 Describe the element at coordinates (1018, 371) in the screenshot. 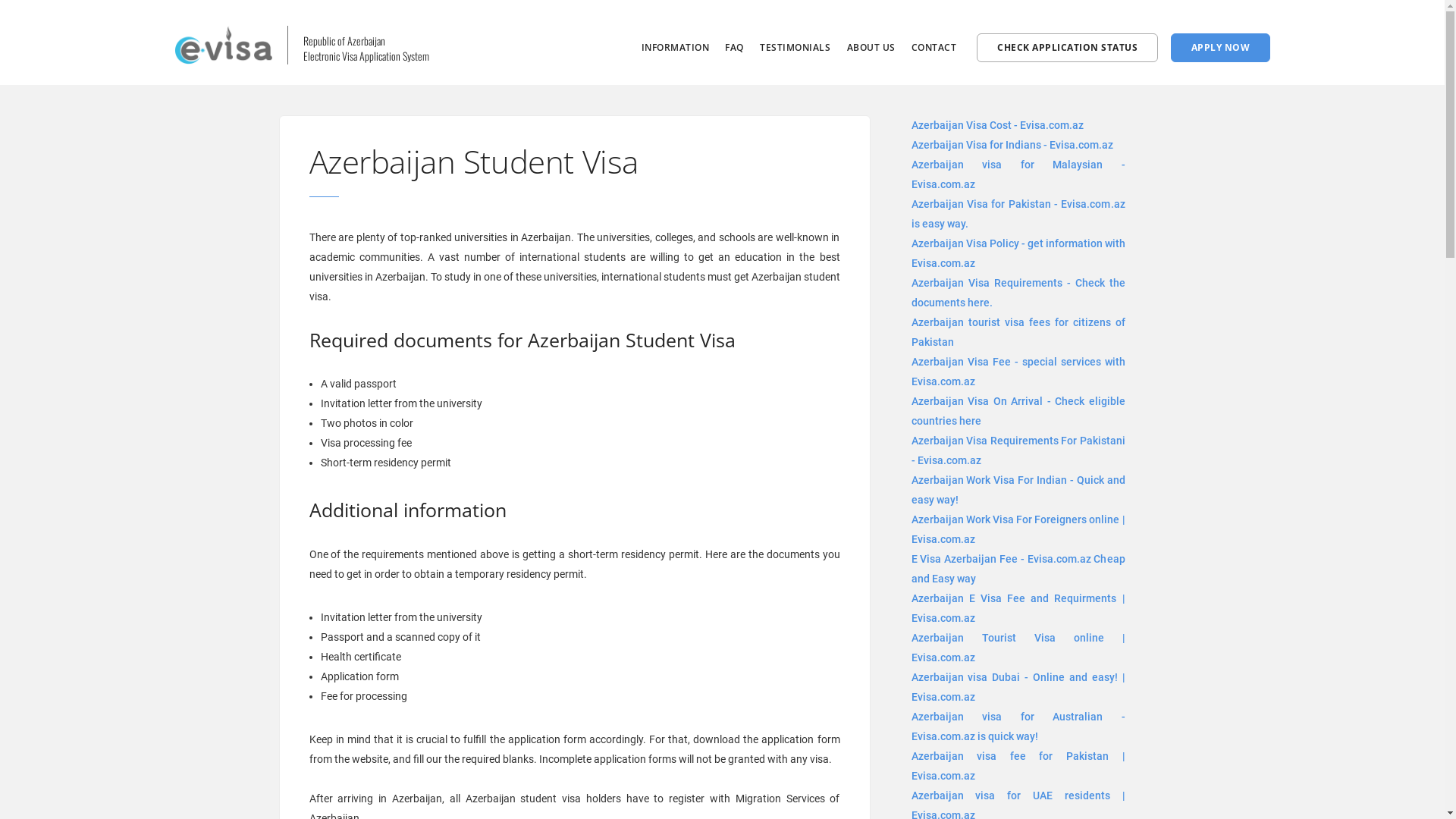

I see `'Azerbaijan Visa Fee - special services with Evisa.com.az'` at that location.